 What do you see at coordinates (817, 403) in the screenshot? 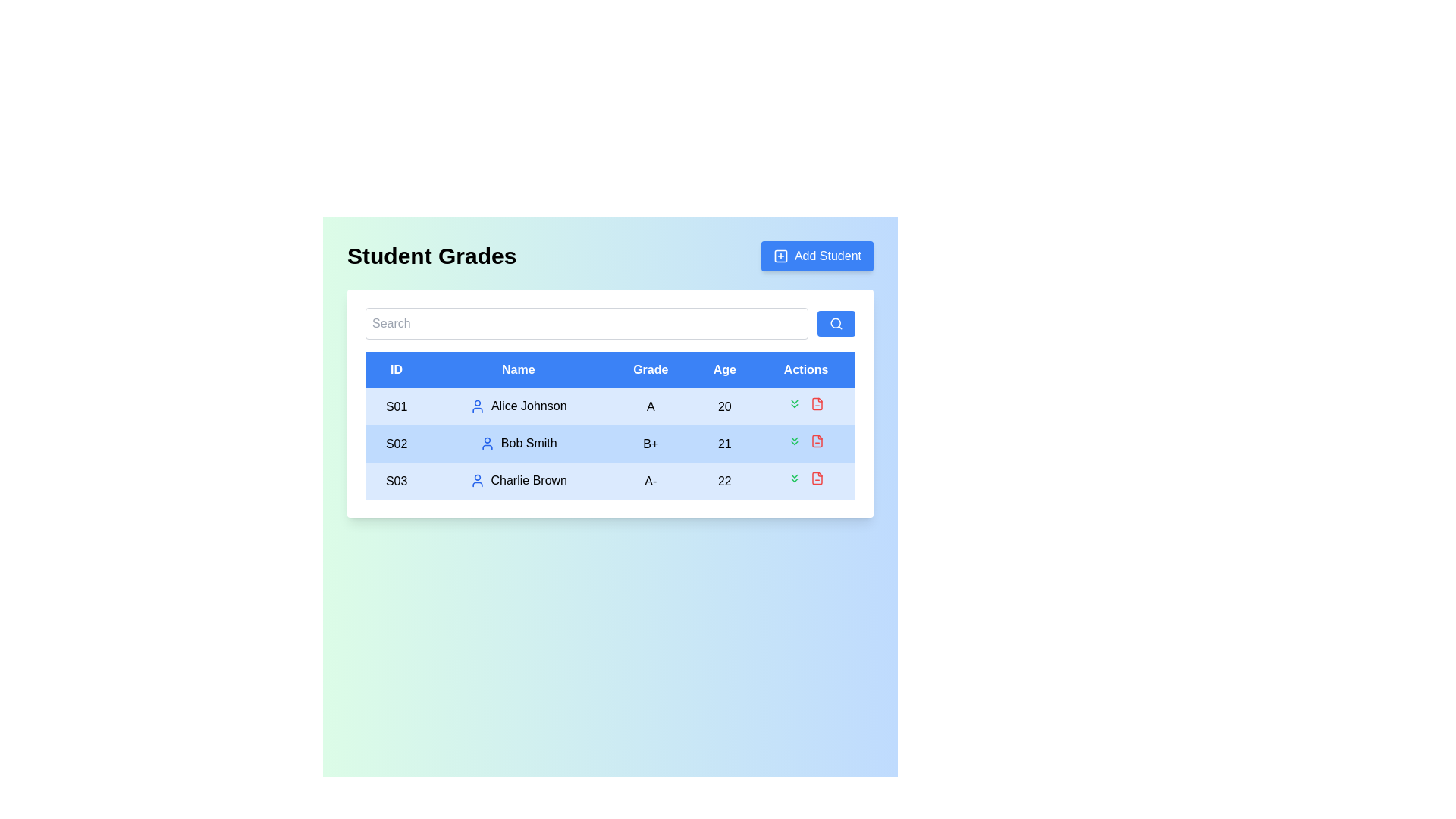
I see `the graphical icon resembling a sheet of paper located in the Action column of the third row of the user interface table` at bounding box center [817, 403].